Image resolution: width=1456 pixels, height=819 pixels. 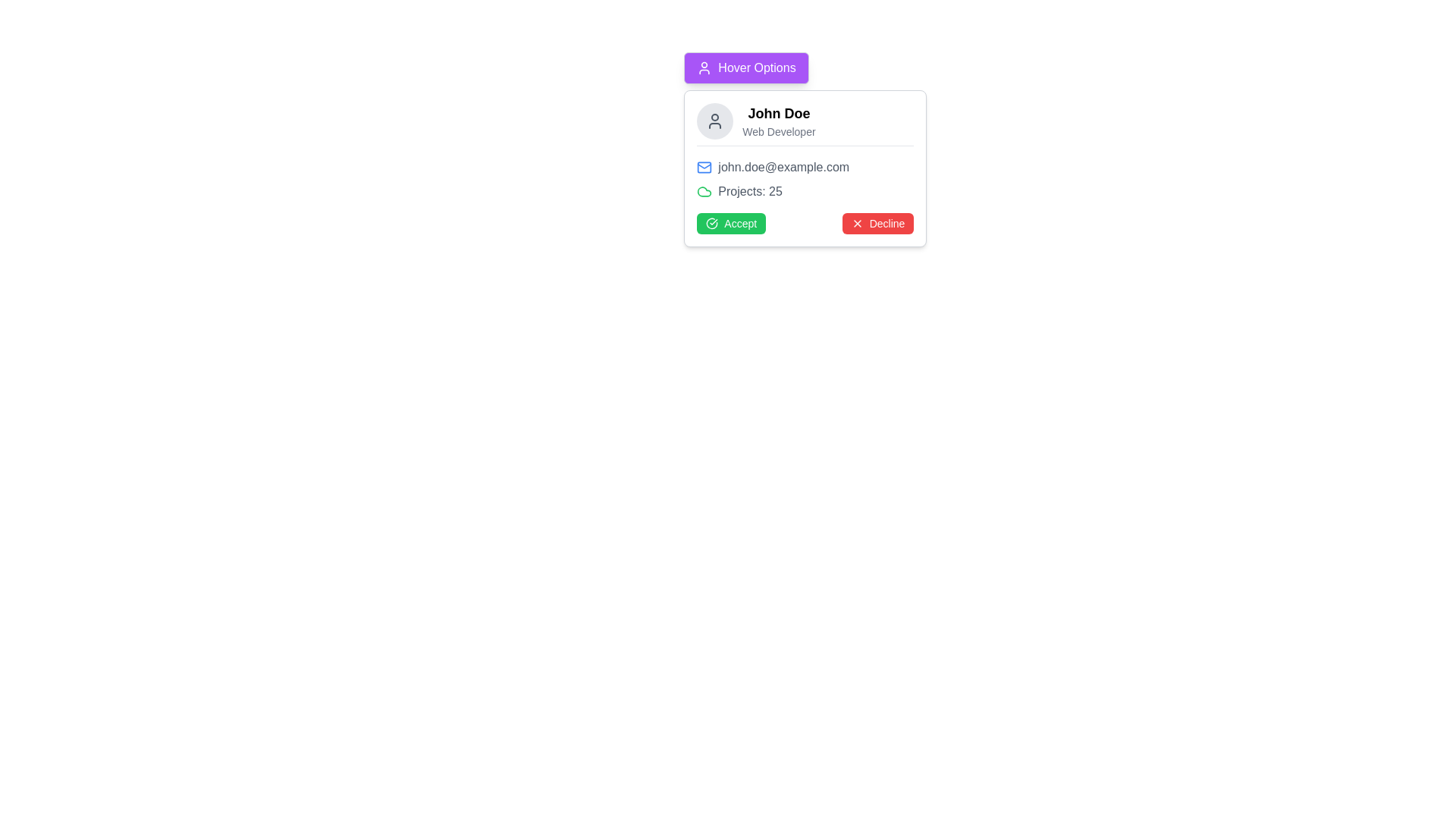 I want to click on the design of the icon that is positioned to the right of the 'Accept' button text, symbolizing confirmation or approval, so click(x=711, y=223).